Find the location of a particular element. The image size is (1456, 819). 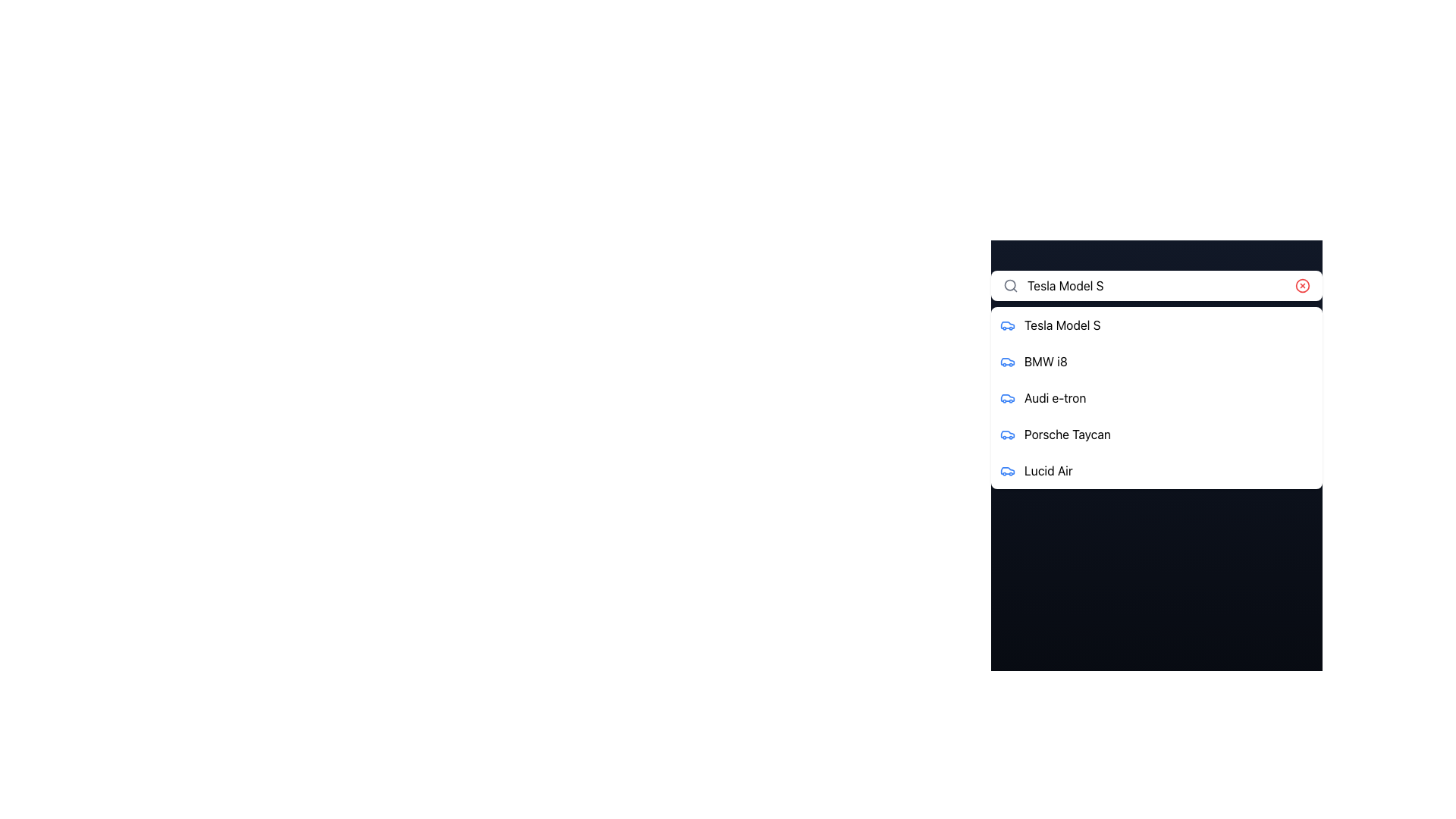

the circular lens element of the magnifying glass icon located at the start of the search field is located at coordinates (1010, 285).